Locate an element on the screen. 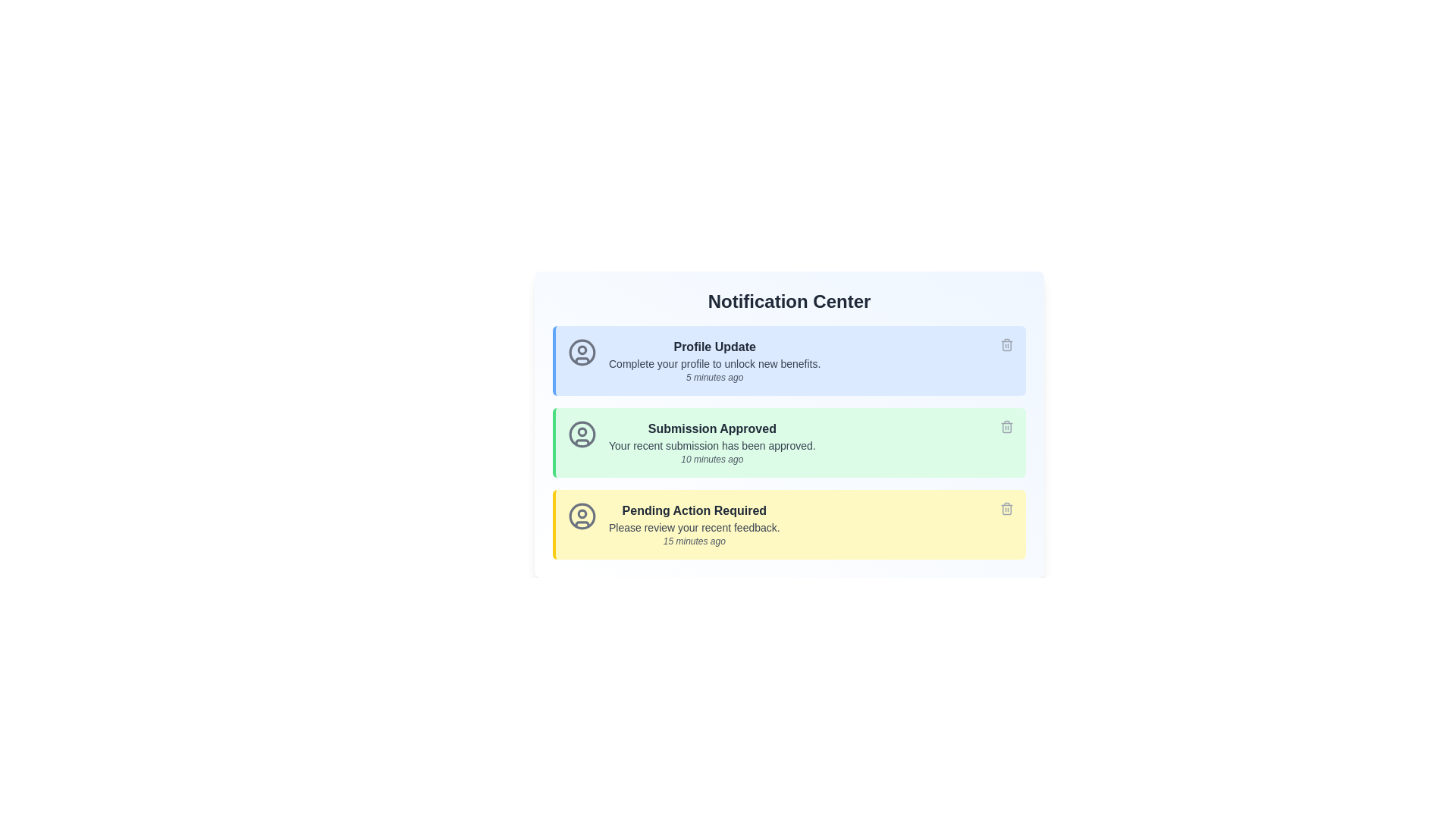  timestamp displayed in light gray italic font that shows '10 minutes ago.' located in the bottom-right corner of the notification card is located at coordinates (711, 458).